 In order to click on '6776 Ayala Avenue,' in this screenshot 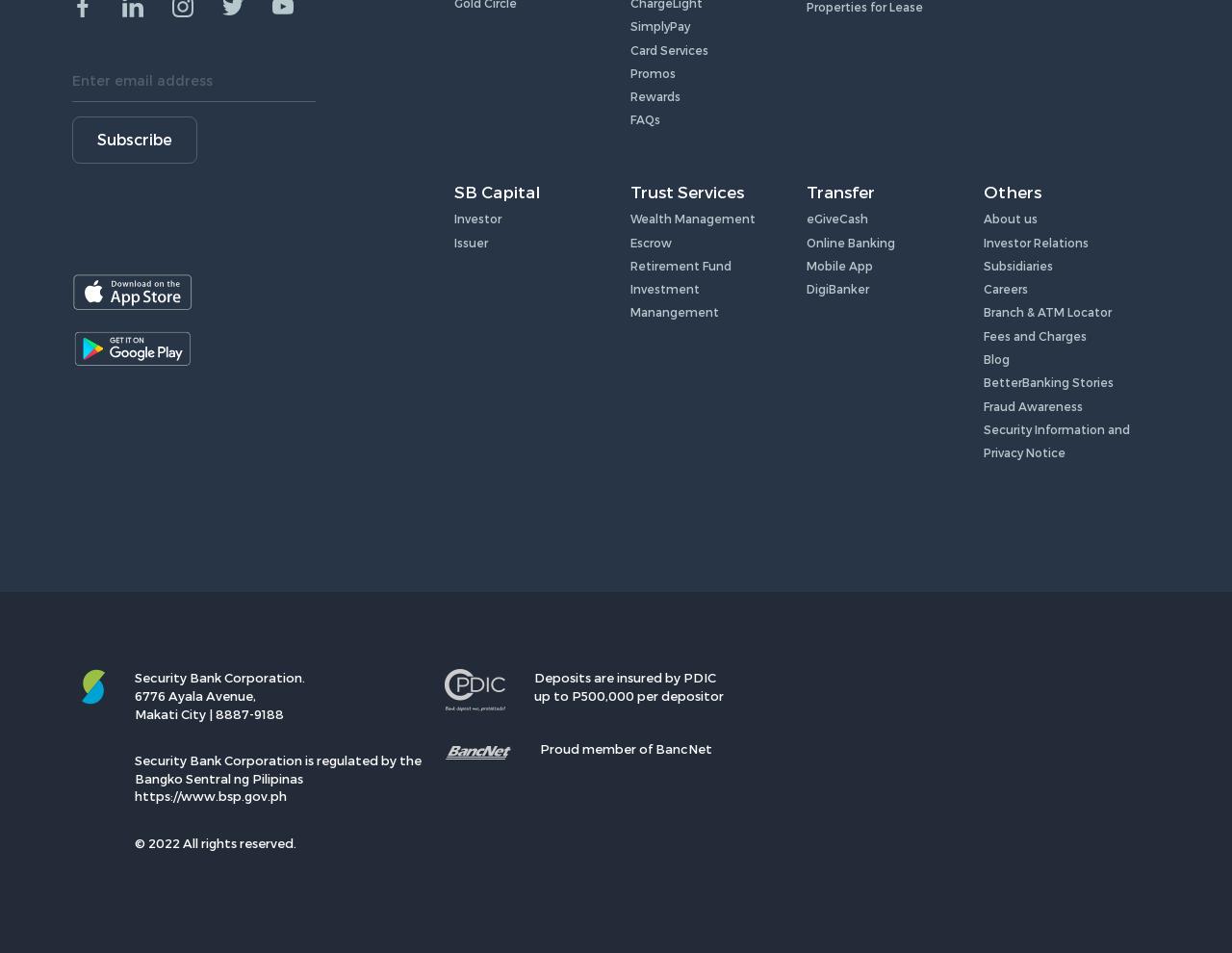, I will do `click(134, 694)`.